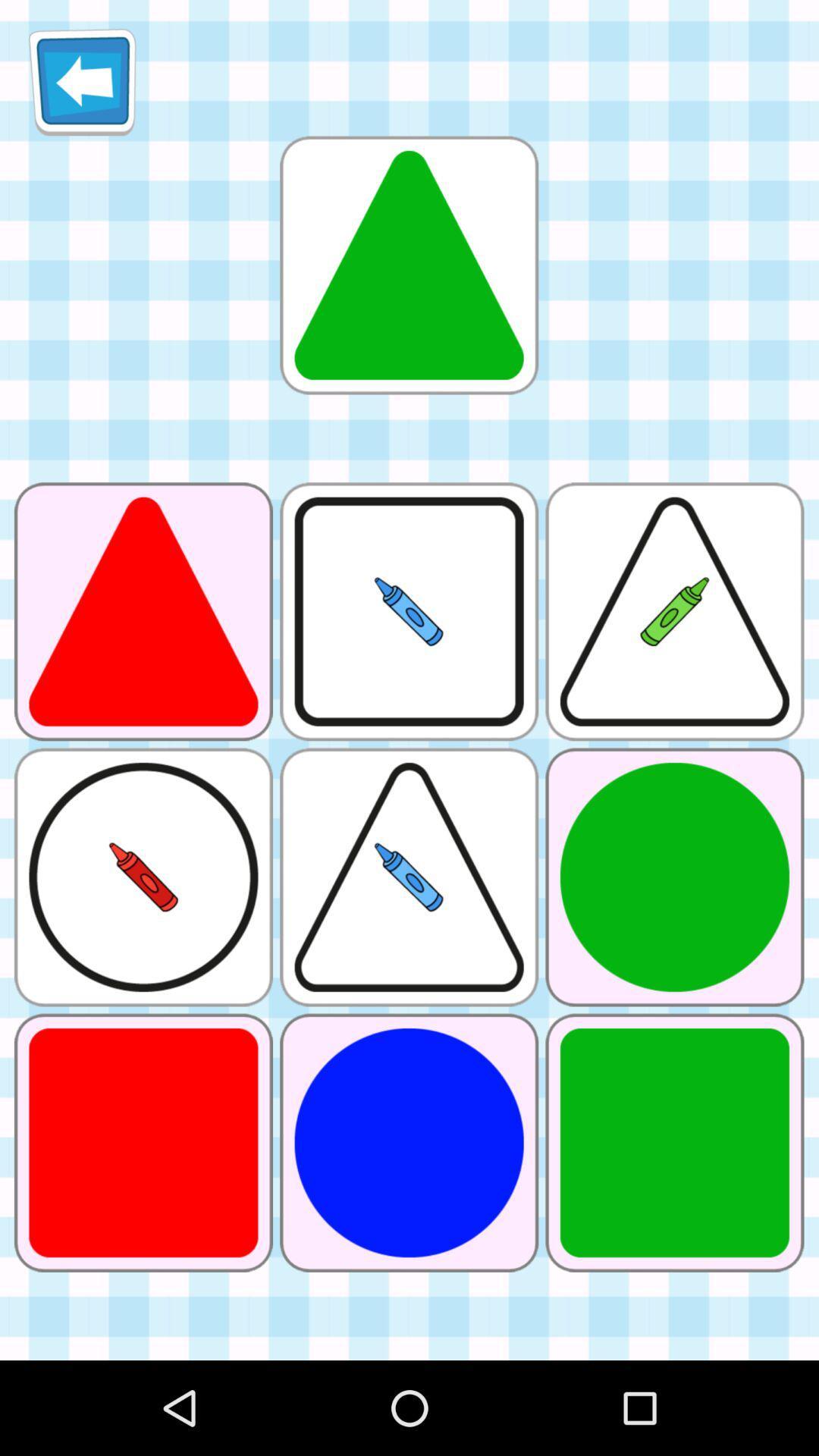 This screenshot has height=1456, width=819. Describe the element at coordinates (408, 265) in the screenshot. I see `triangle` at that location.